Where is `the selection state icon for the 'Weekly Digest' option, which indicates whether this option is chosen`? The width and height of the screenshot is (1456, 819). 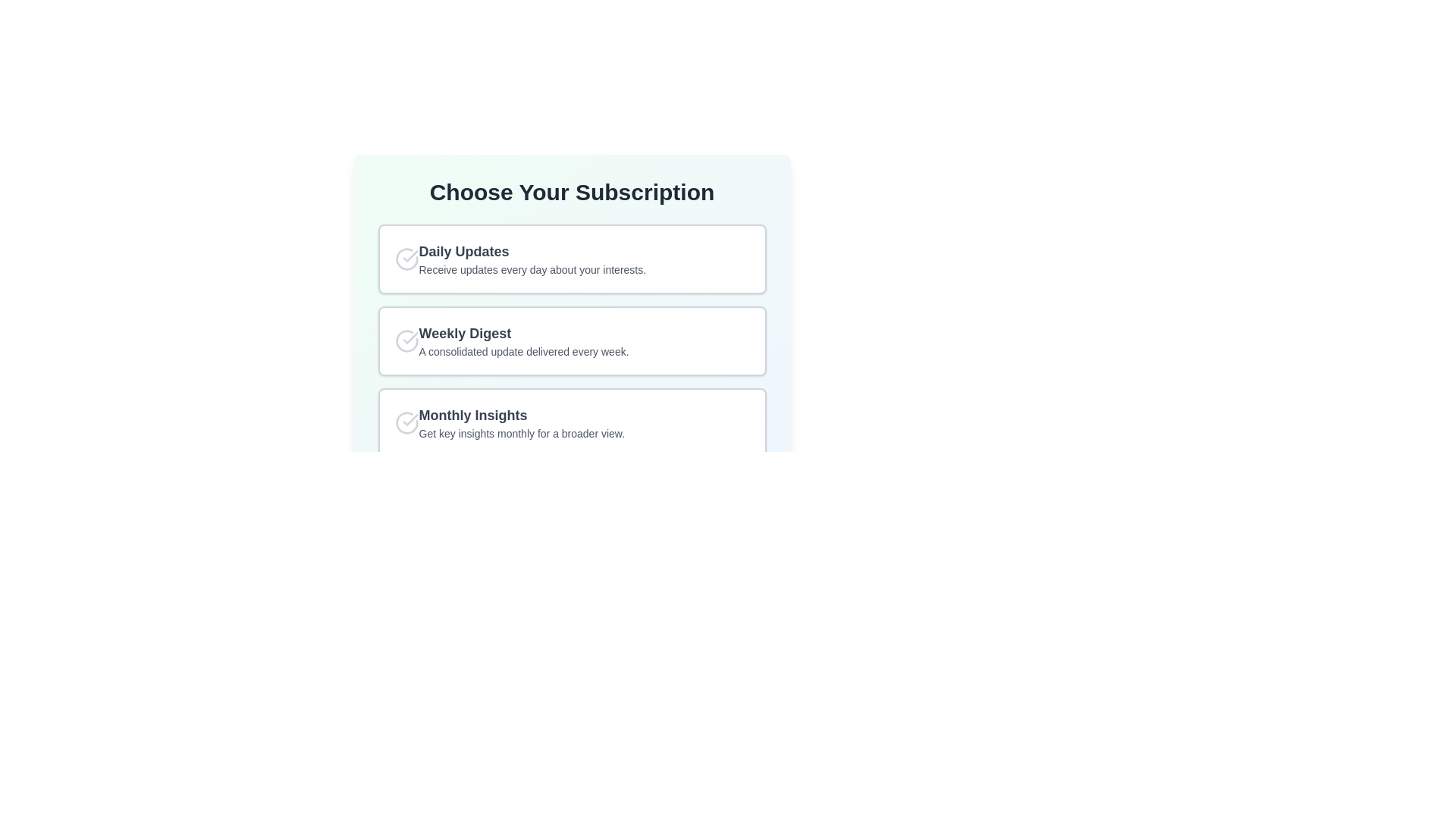
the selection state icon for the 'Weekly Digest' option, which indicates whether this option is chosen is located at coordinates (406, 341).